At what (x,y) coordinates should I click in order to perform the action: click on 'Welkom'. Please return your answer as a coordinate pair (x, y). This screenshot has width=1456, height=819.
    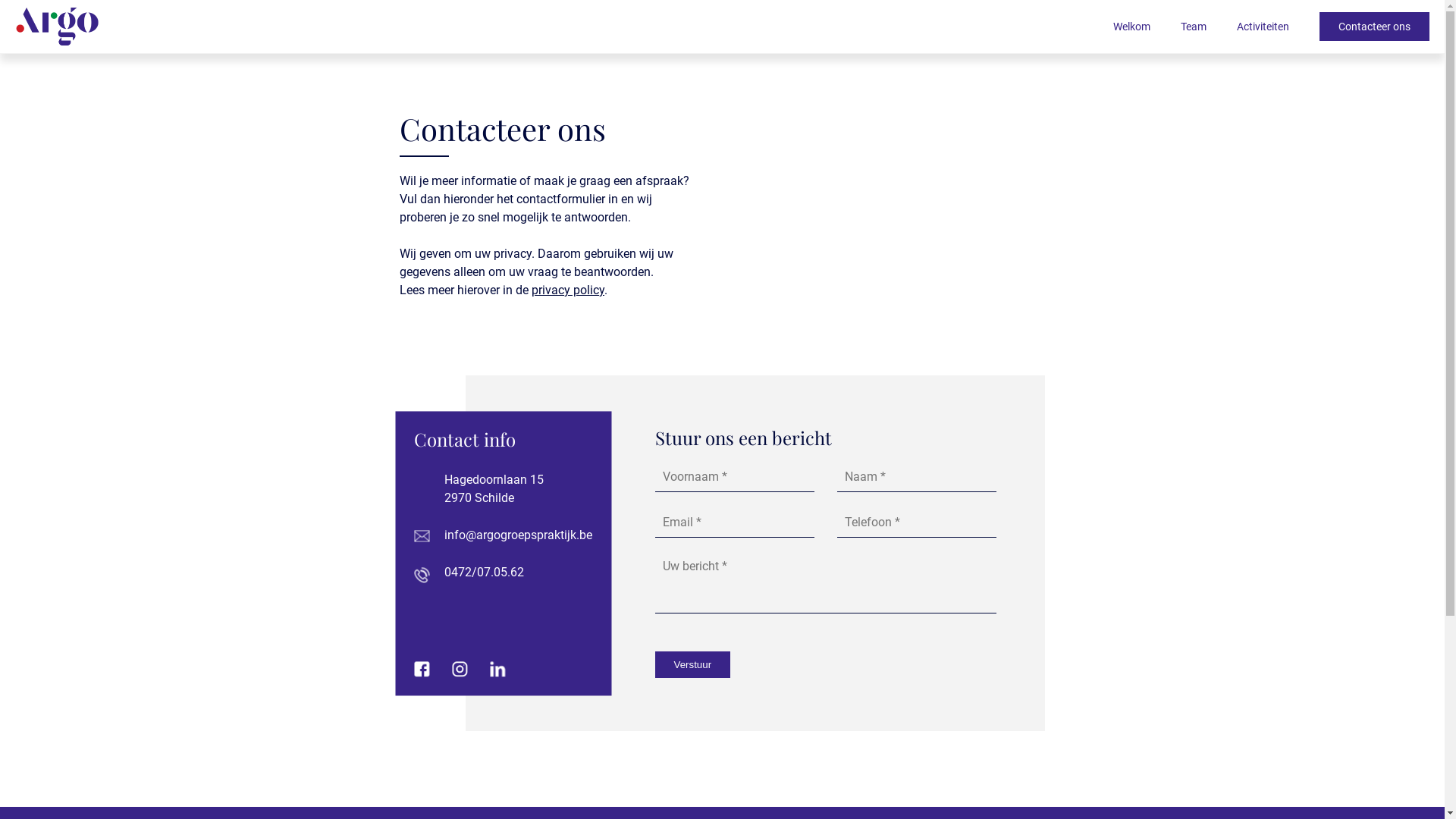
    Looking at the image, I should click on (1131, 26).